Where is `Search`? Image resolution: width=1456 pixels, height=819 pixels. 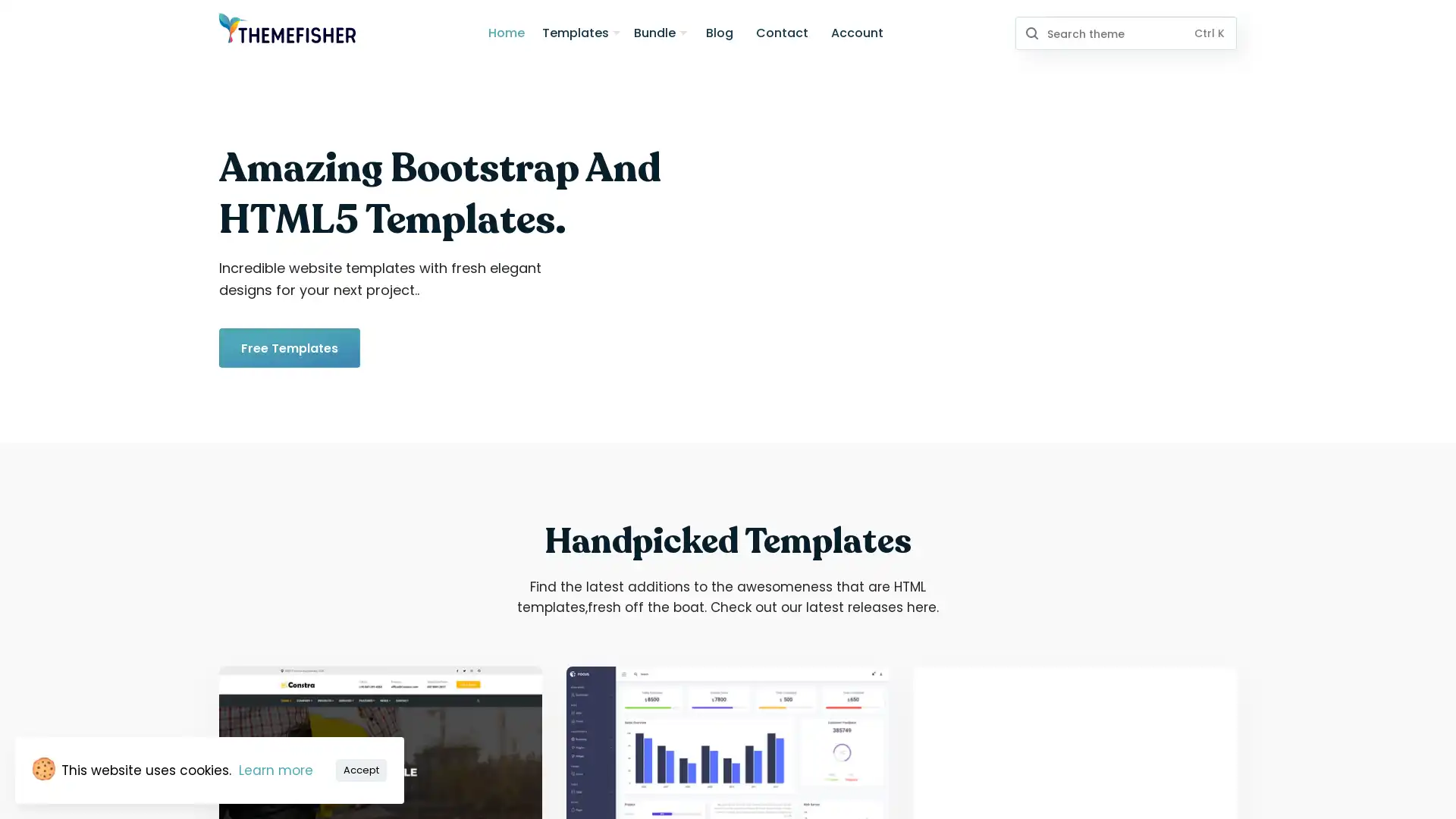
Search is located at coordinates (1031, 33).